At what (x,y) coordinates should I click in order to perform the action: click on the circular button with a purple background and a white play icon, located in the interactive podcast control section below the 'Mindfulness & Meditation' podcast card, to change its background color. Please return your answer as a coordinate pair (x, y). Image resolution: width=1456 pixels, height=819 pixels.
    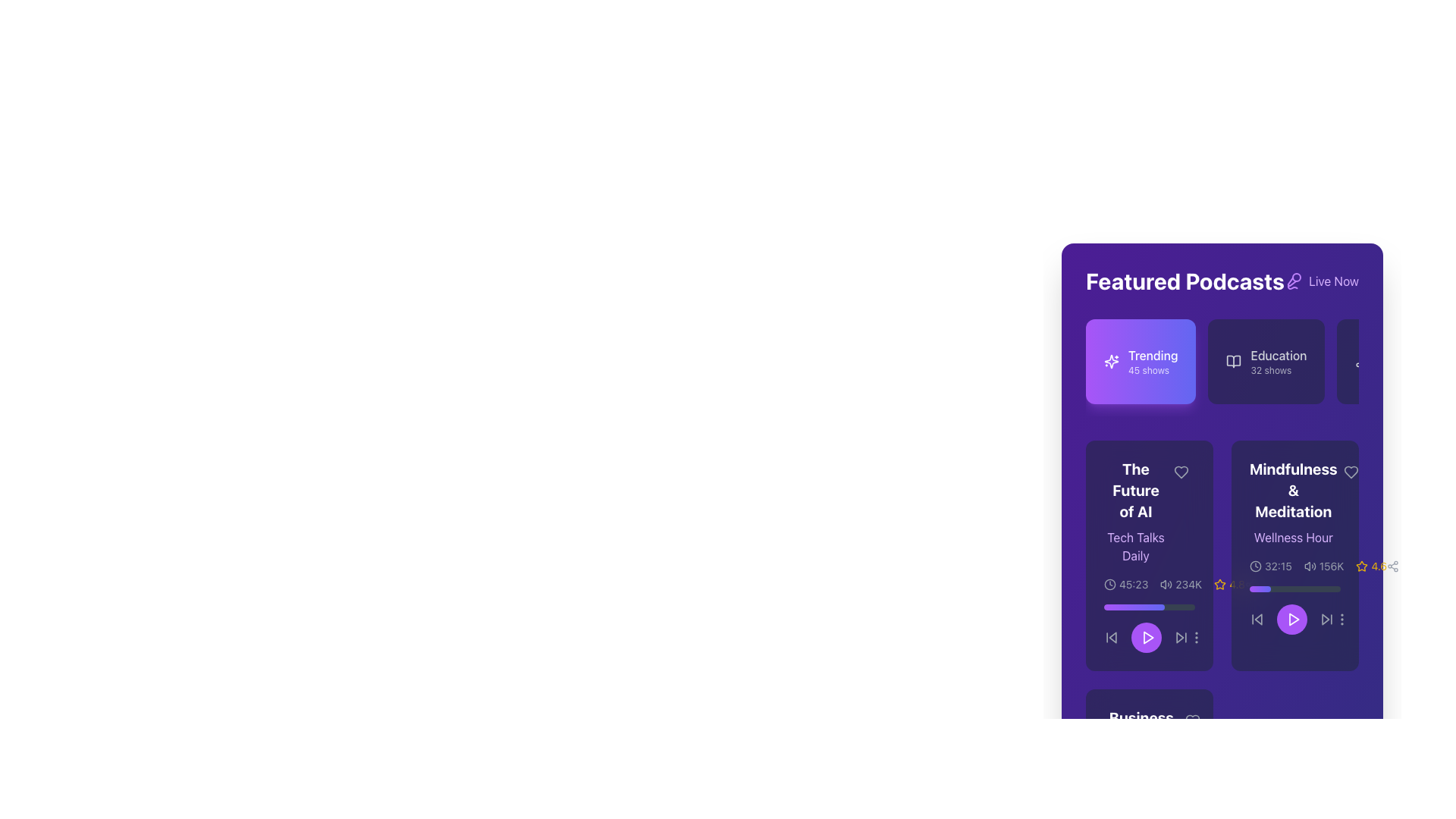
    Looking at the image, I should click on (1294, 620).